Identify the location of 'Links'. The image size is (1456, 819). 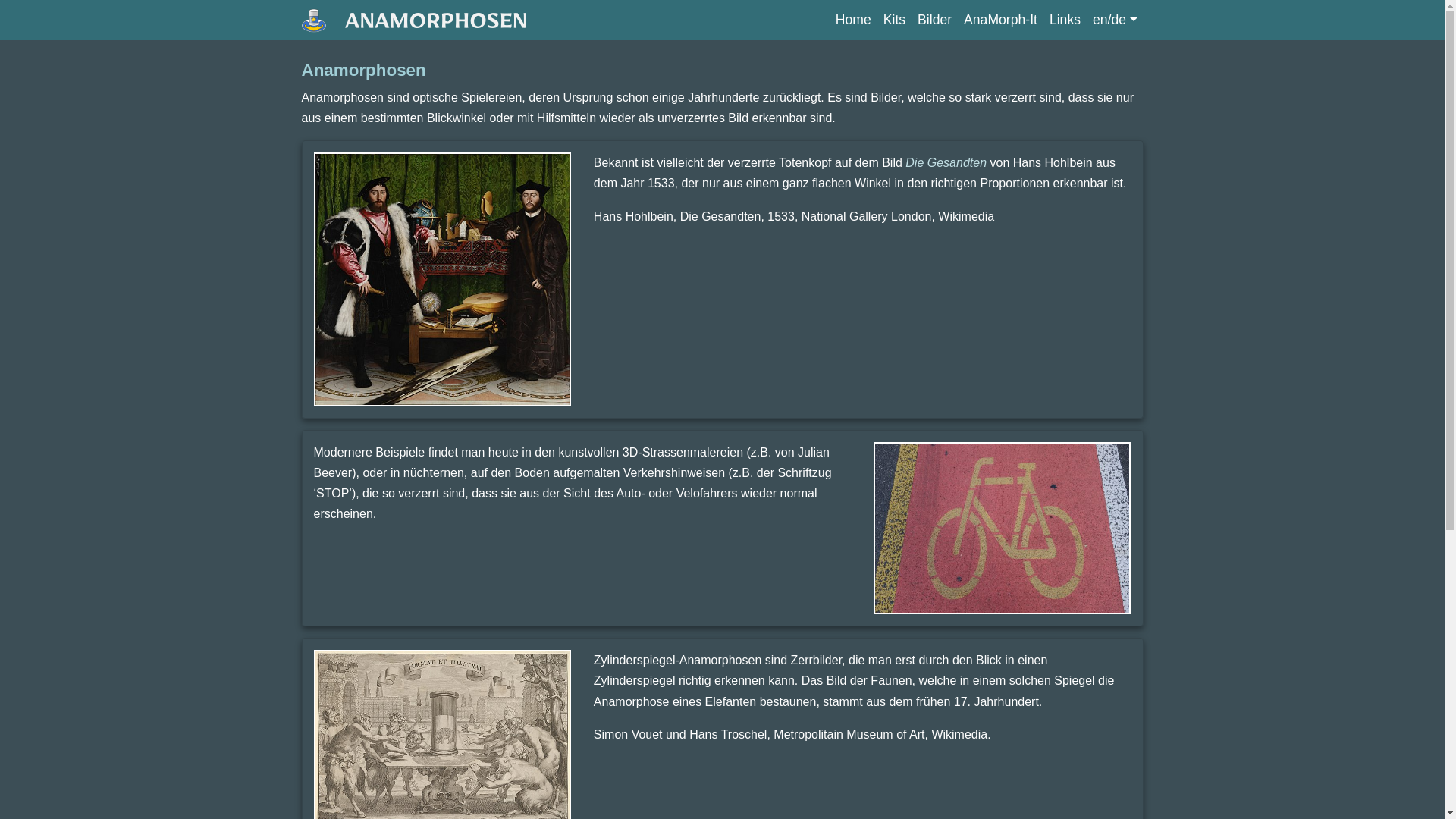
(1064, 20).